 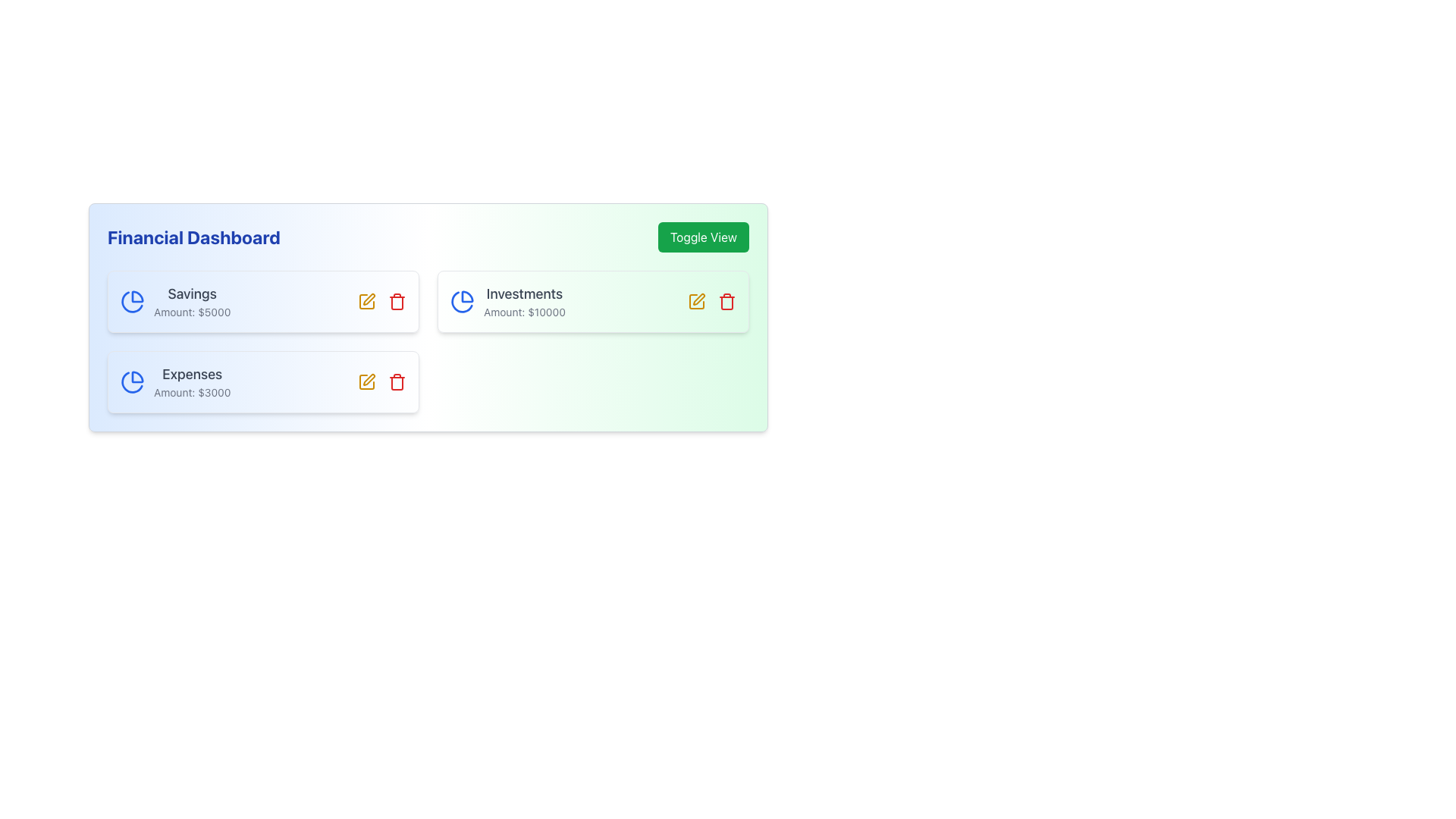 I want to click on the pie chart icon representing financial visualization for 'Expenses', located in the top-left corner of the second card on the Financial Dashboard, so click(x=137, y=376).